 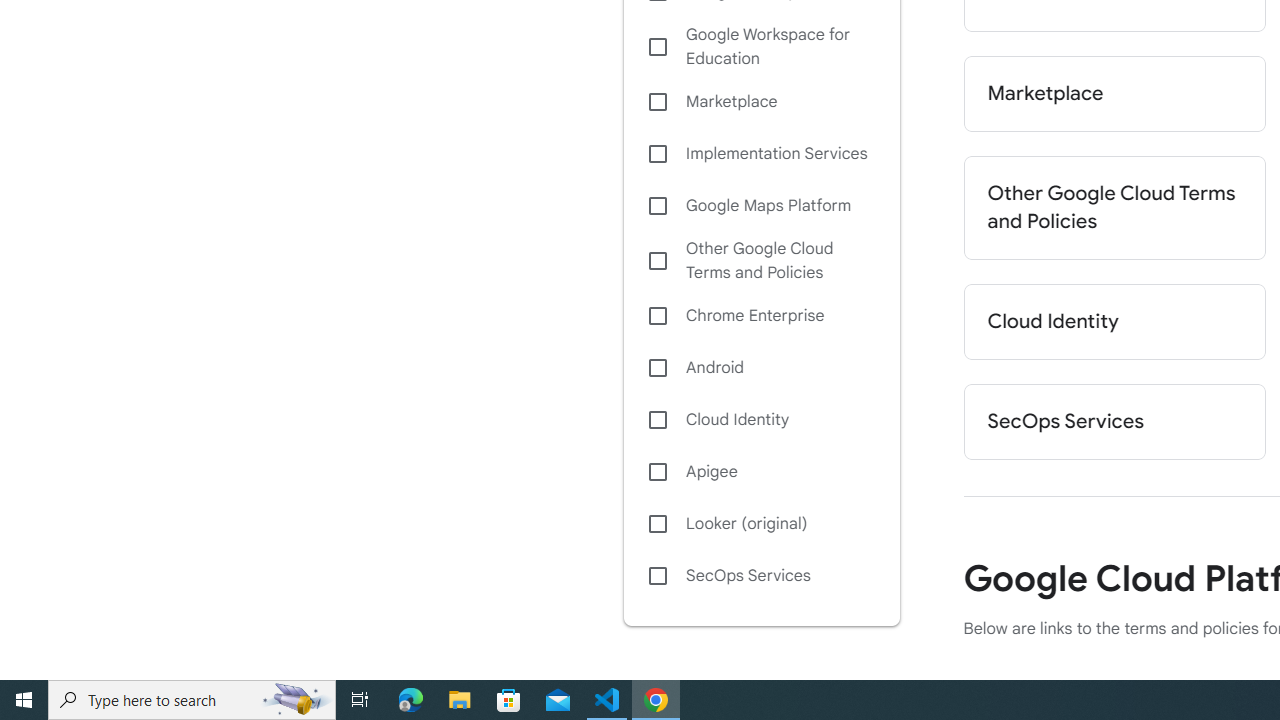 I want to click on 'Google Workspace for Education', so click(x=760, y=46).